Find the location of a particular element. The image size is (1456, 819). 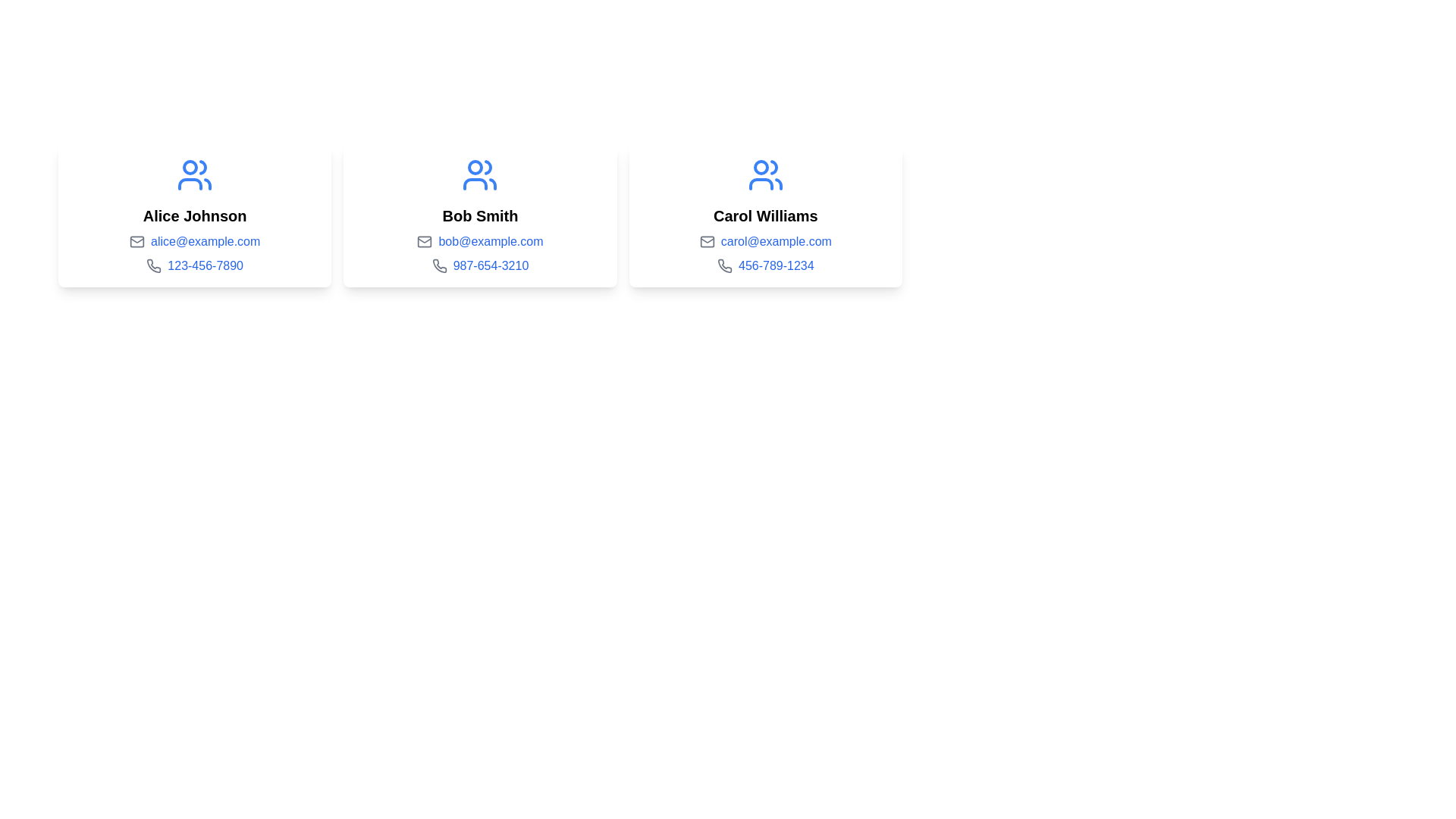

the telephone hyperlink for 'Bob Smith' is located at coordinates (479, 265).